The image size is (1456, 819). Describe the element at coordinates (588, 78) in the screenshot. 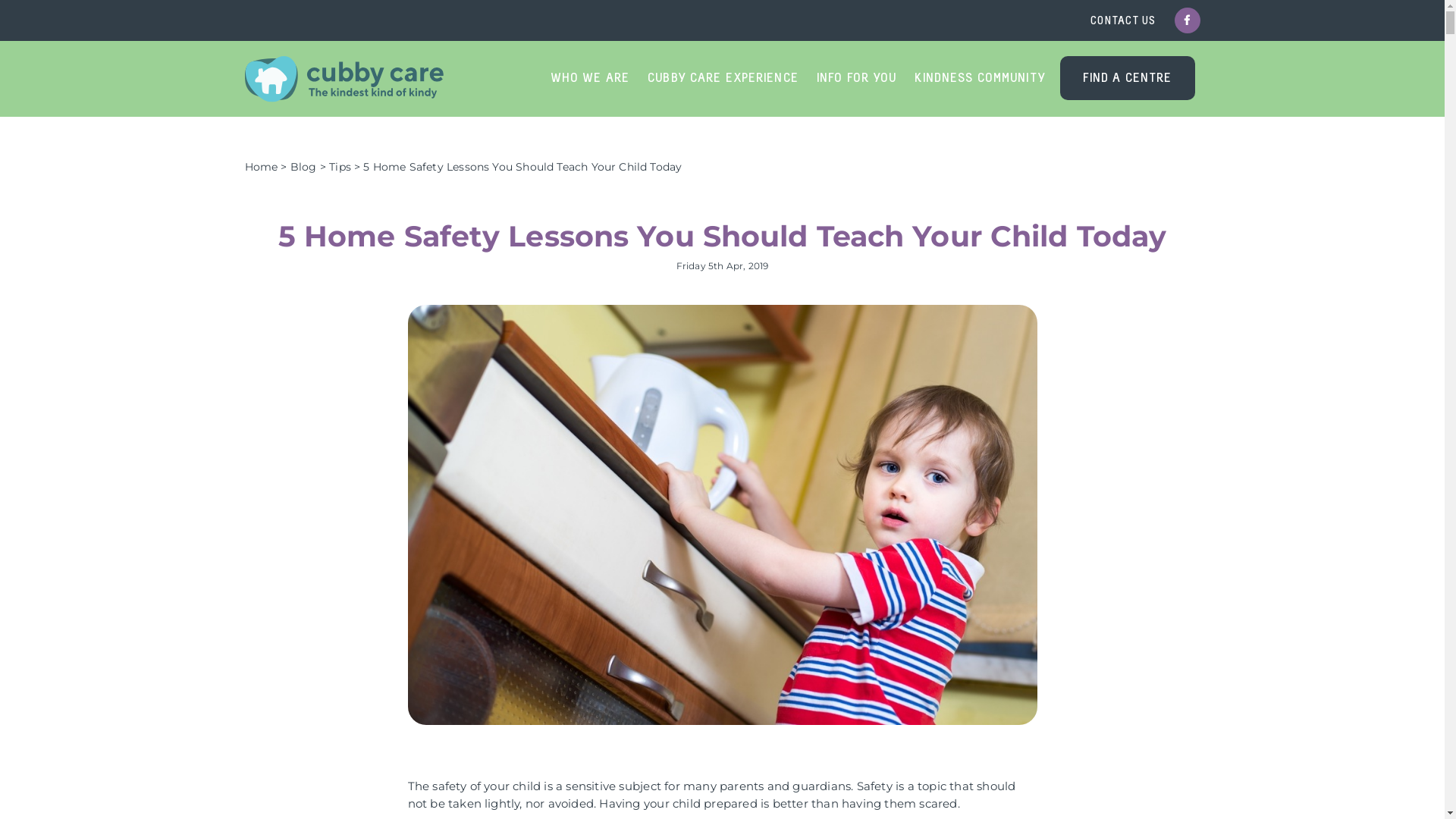

I see `'WHO WE ARE'` at that location.